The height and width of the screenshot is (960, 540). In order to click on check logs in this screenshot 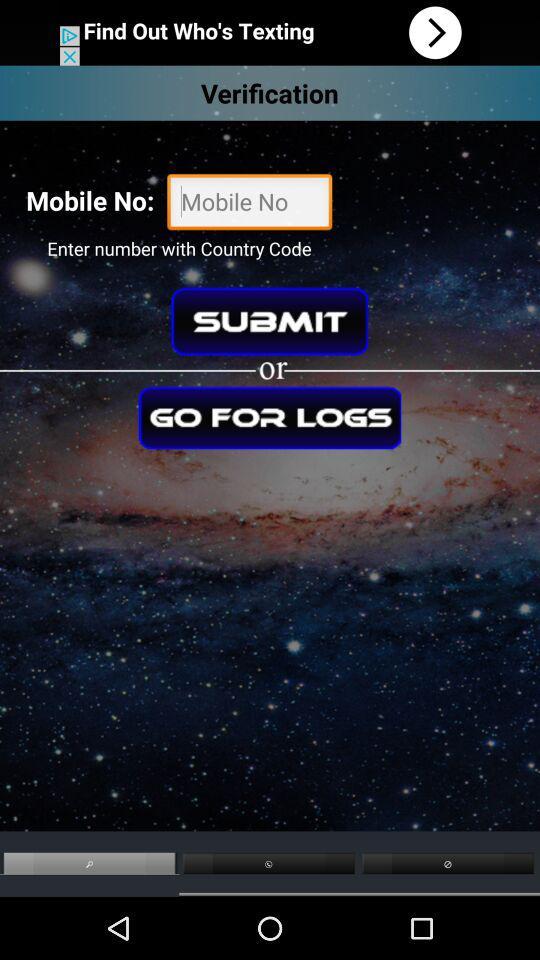, I will do `click(270, 416)`.